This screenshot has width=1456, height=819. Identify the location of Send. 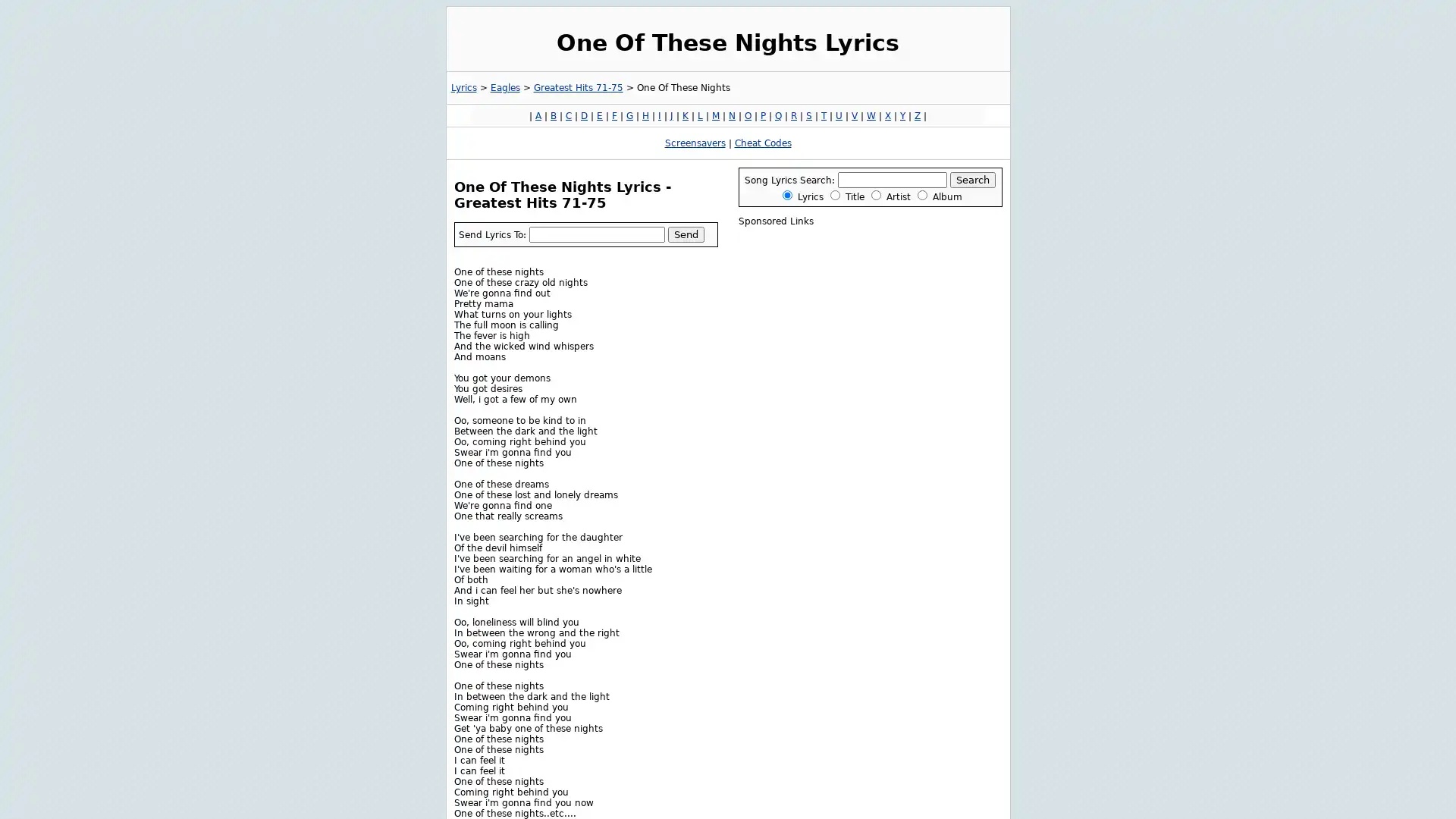
(684, 234).